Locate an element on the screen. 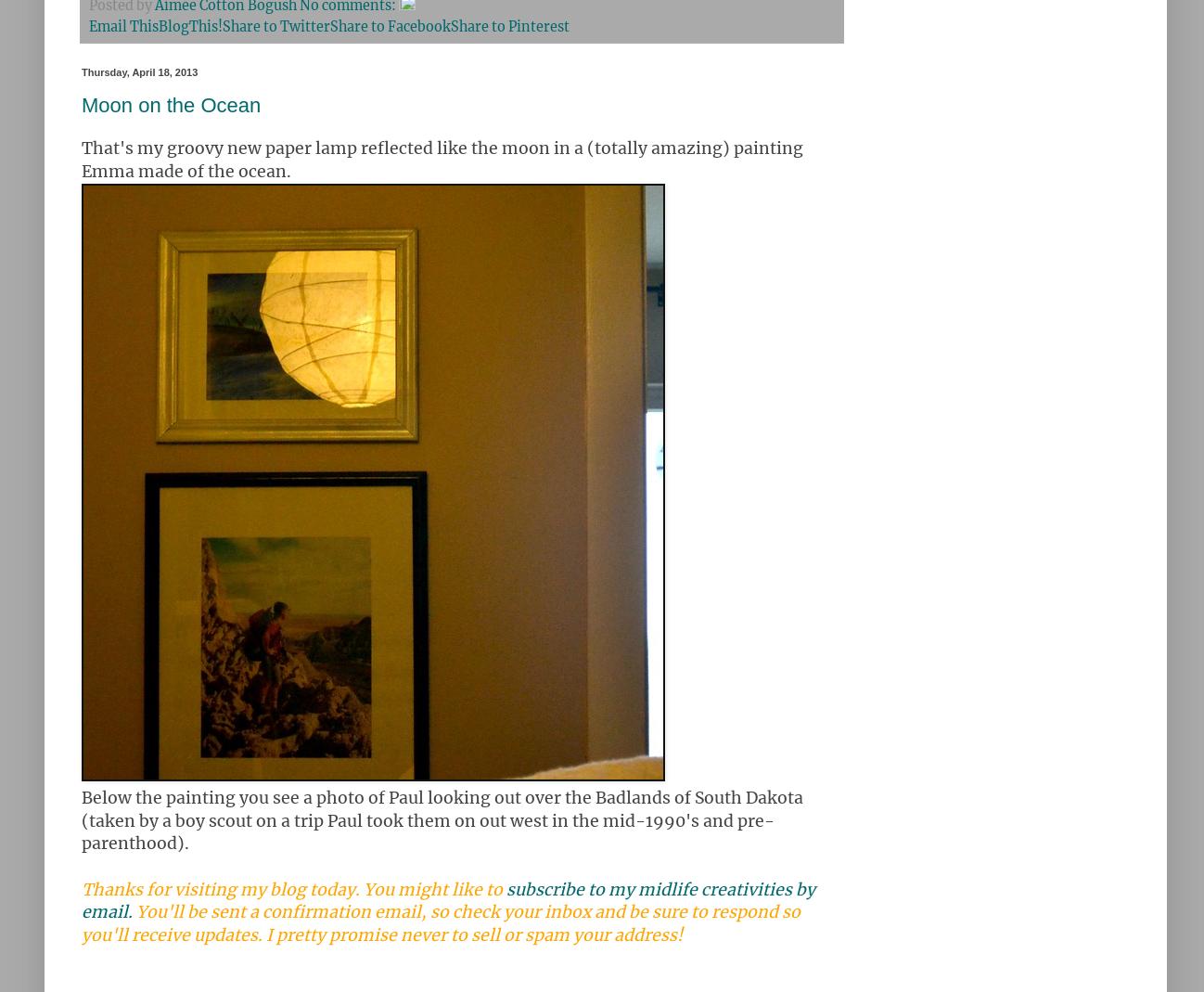  'Thanks for visiting my blog today.  You might like to' is located at coordinates (292, 888).